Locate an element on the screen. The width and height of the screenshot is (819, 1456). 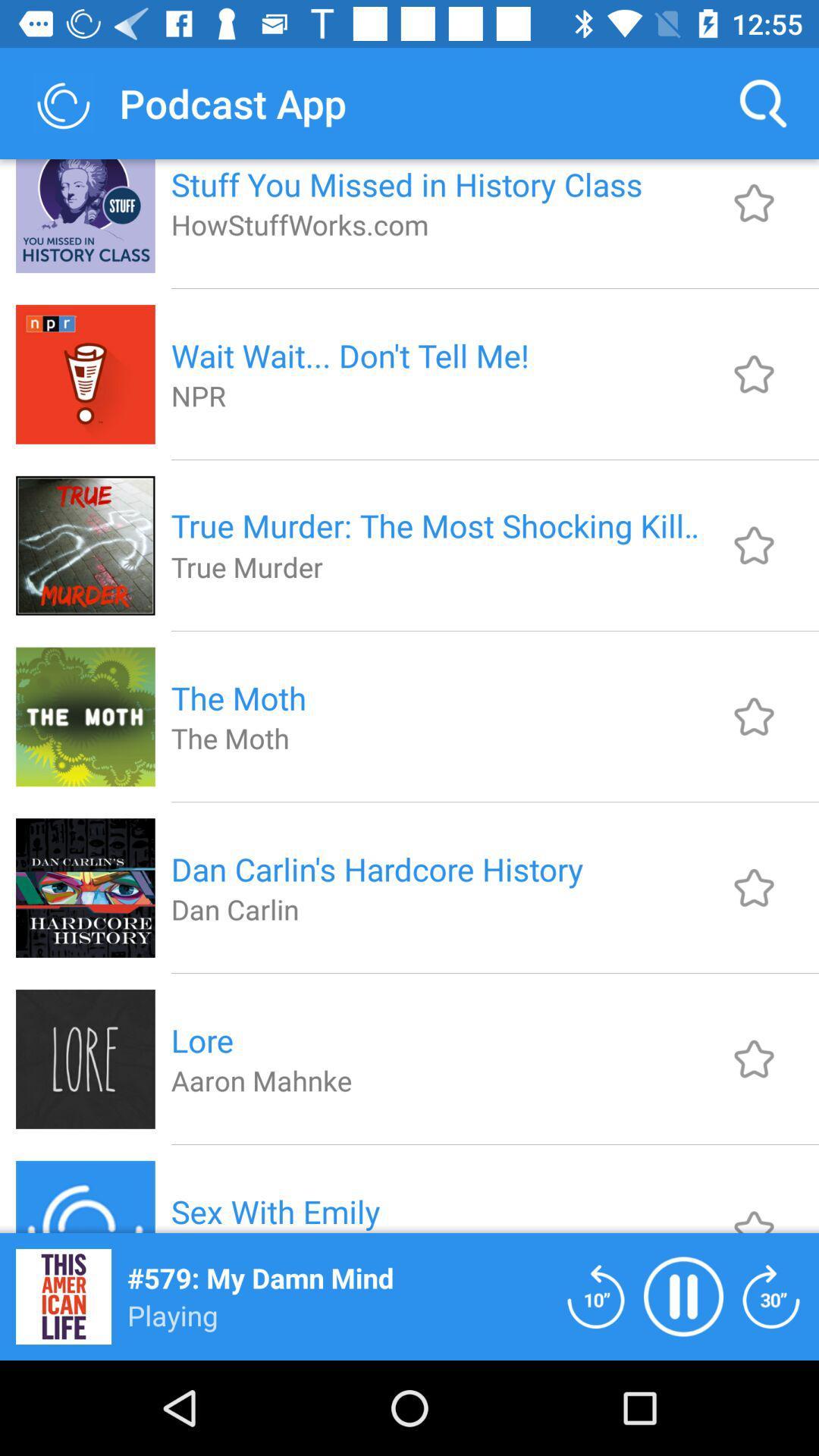
favourite is located at coordinates (754, 545).